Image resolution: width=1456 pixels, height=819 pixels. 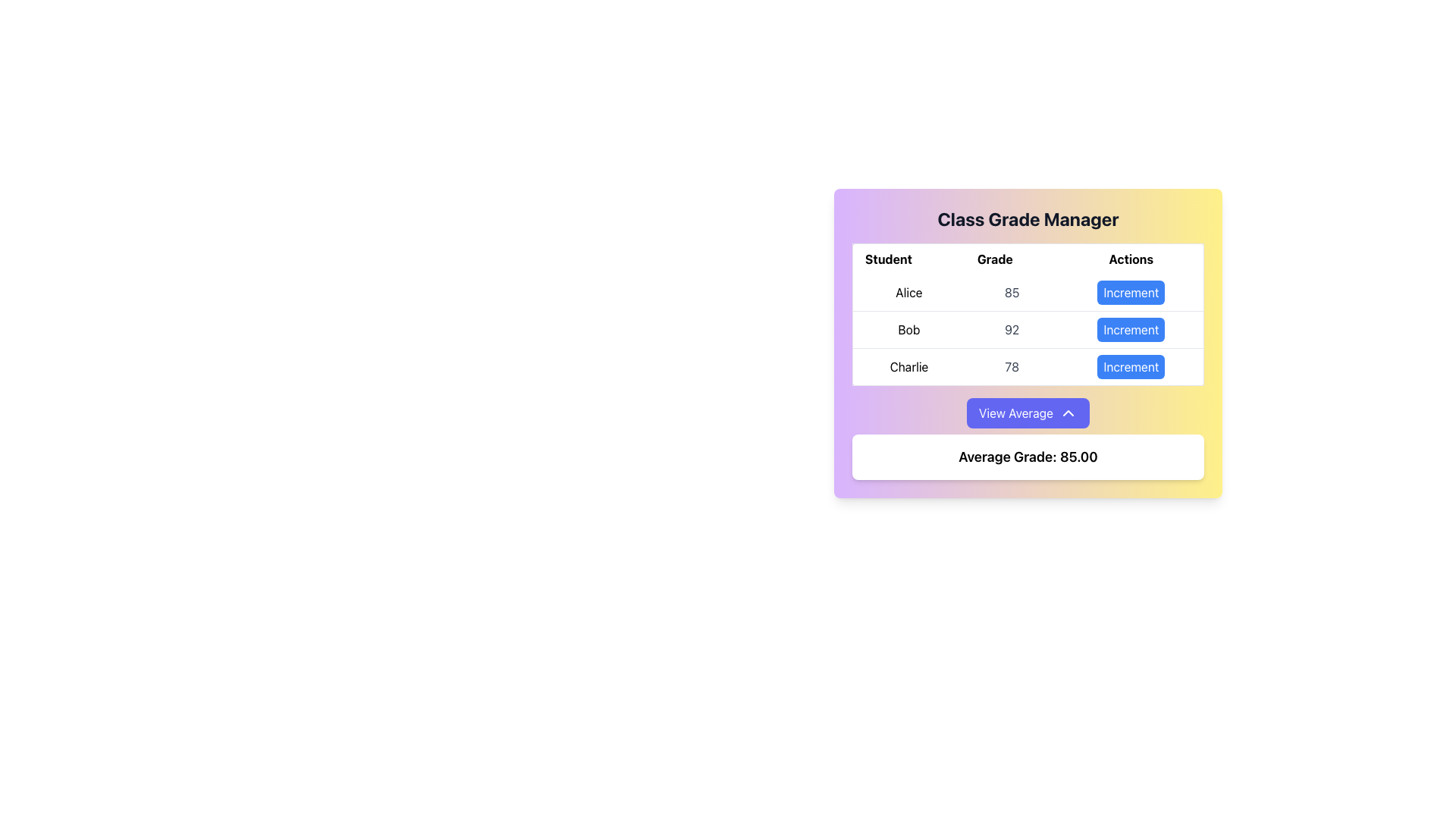 What do you see at coordinates (1028, 343) in the screenshot?
I see `the table row corresponding to Bob, which contains his name 'Bob', grade '92', and the 'Increment' button` at bounding box center [1028, 343].